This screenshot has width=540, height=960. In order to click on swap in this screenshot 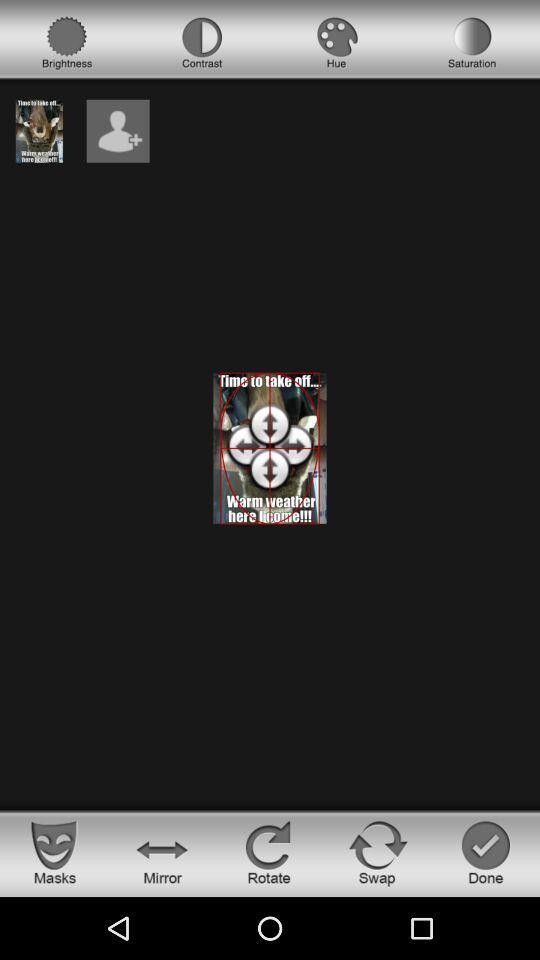, I will do `click(378, 851)`.